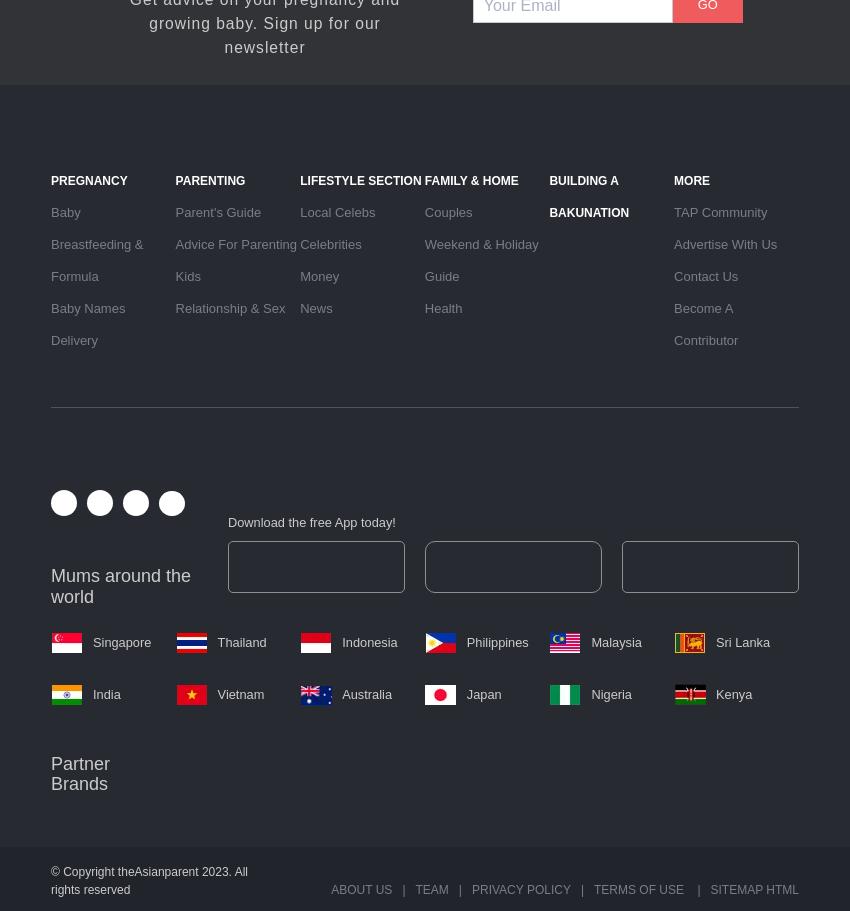 The height and width of the screenshot is (911, 850). Describe the element at coordinates (470, 179) in the screenshot. I see `'FAMILY & HOME'` at that location.